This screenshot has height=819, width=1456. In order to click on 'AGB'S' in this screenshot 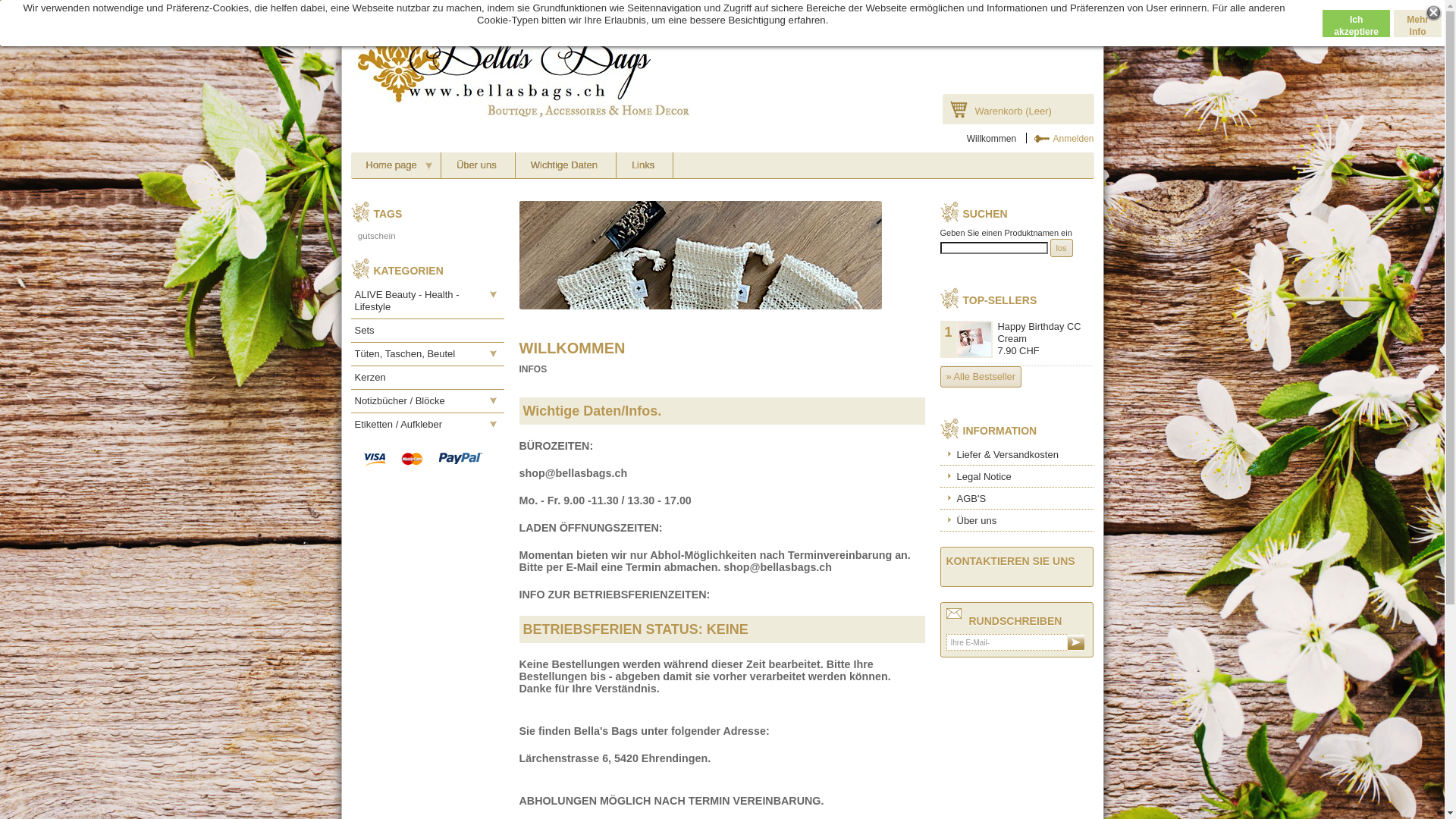, I will do `click(1016, 497)`.